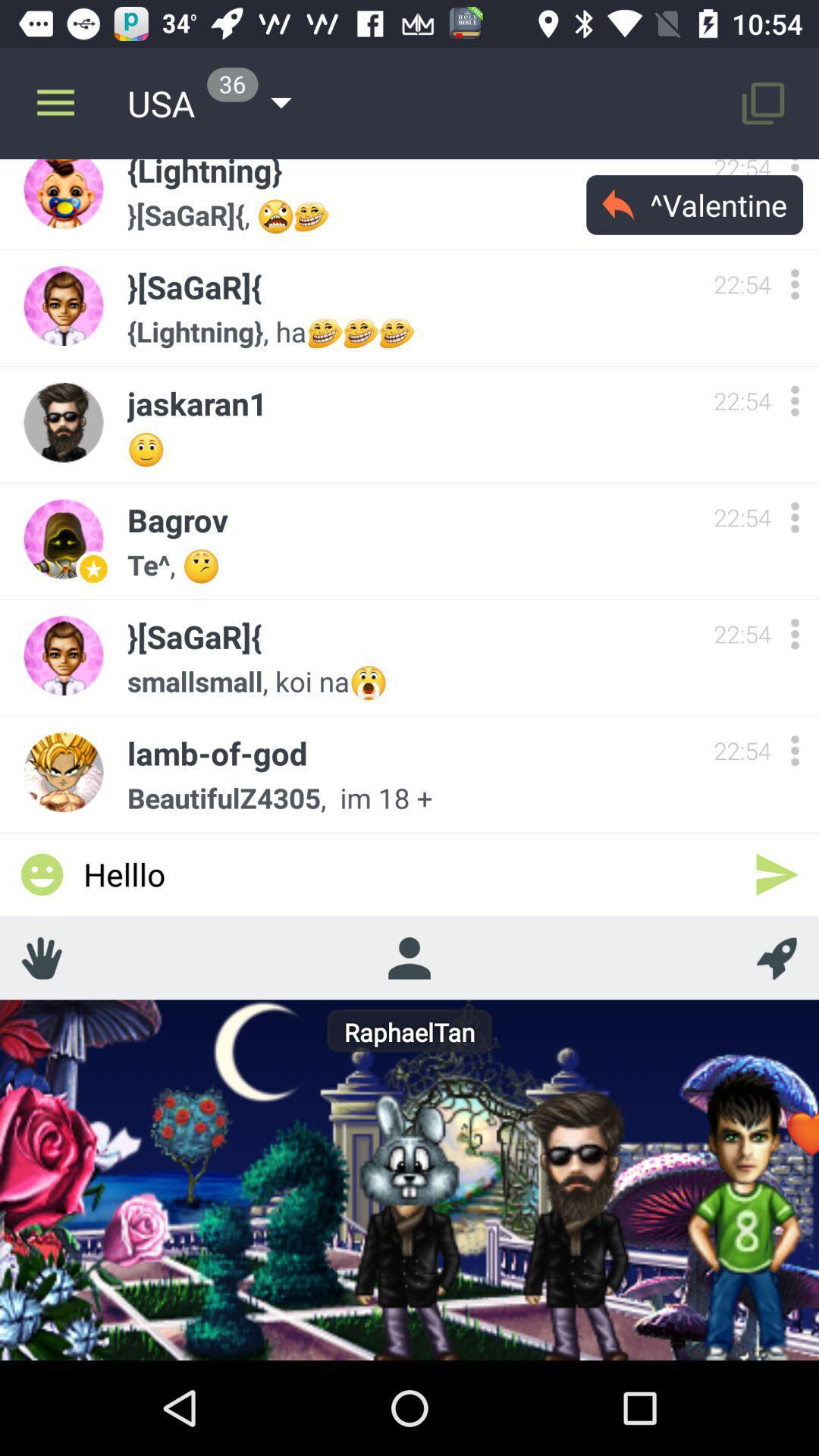 The width and height of the screenshot is (819, 1456). I want to click on send a message, so click(777, 874).